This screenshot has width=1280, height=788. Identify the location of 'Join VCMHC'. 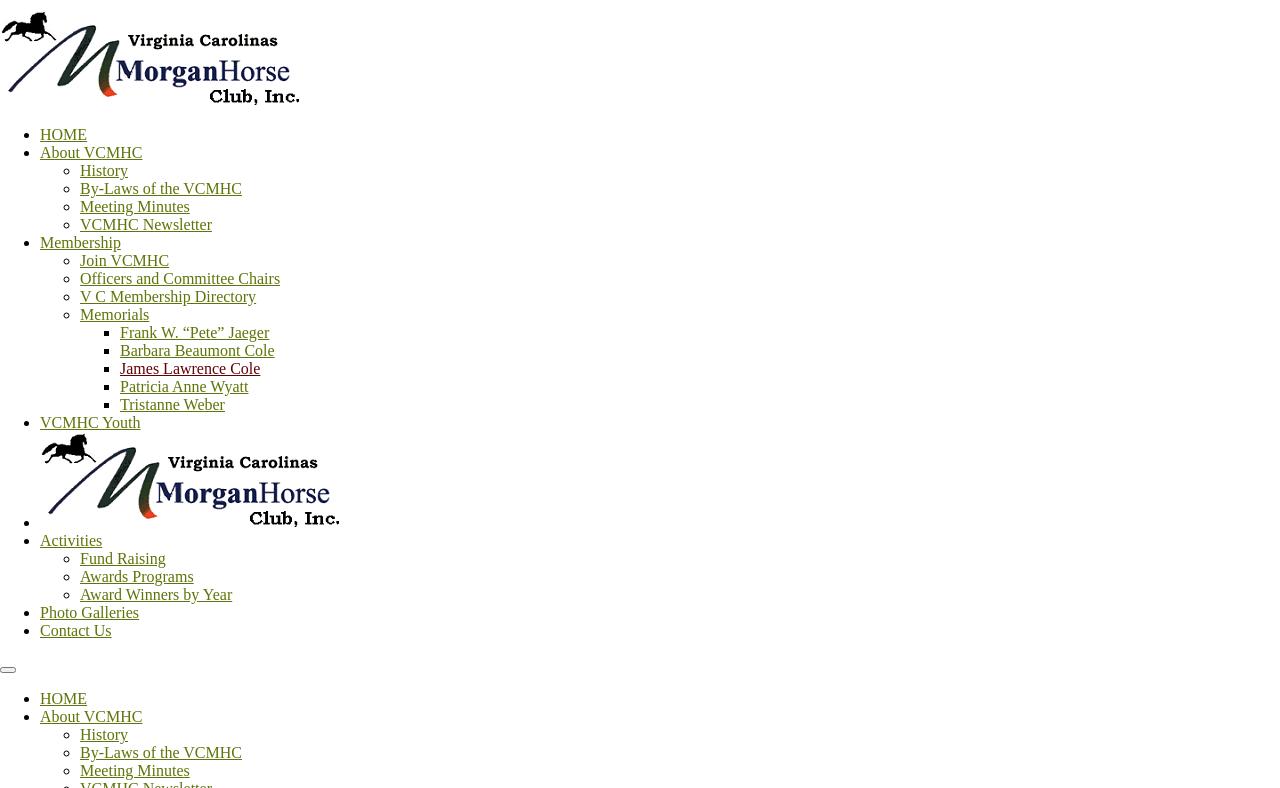
(123, 259).